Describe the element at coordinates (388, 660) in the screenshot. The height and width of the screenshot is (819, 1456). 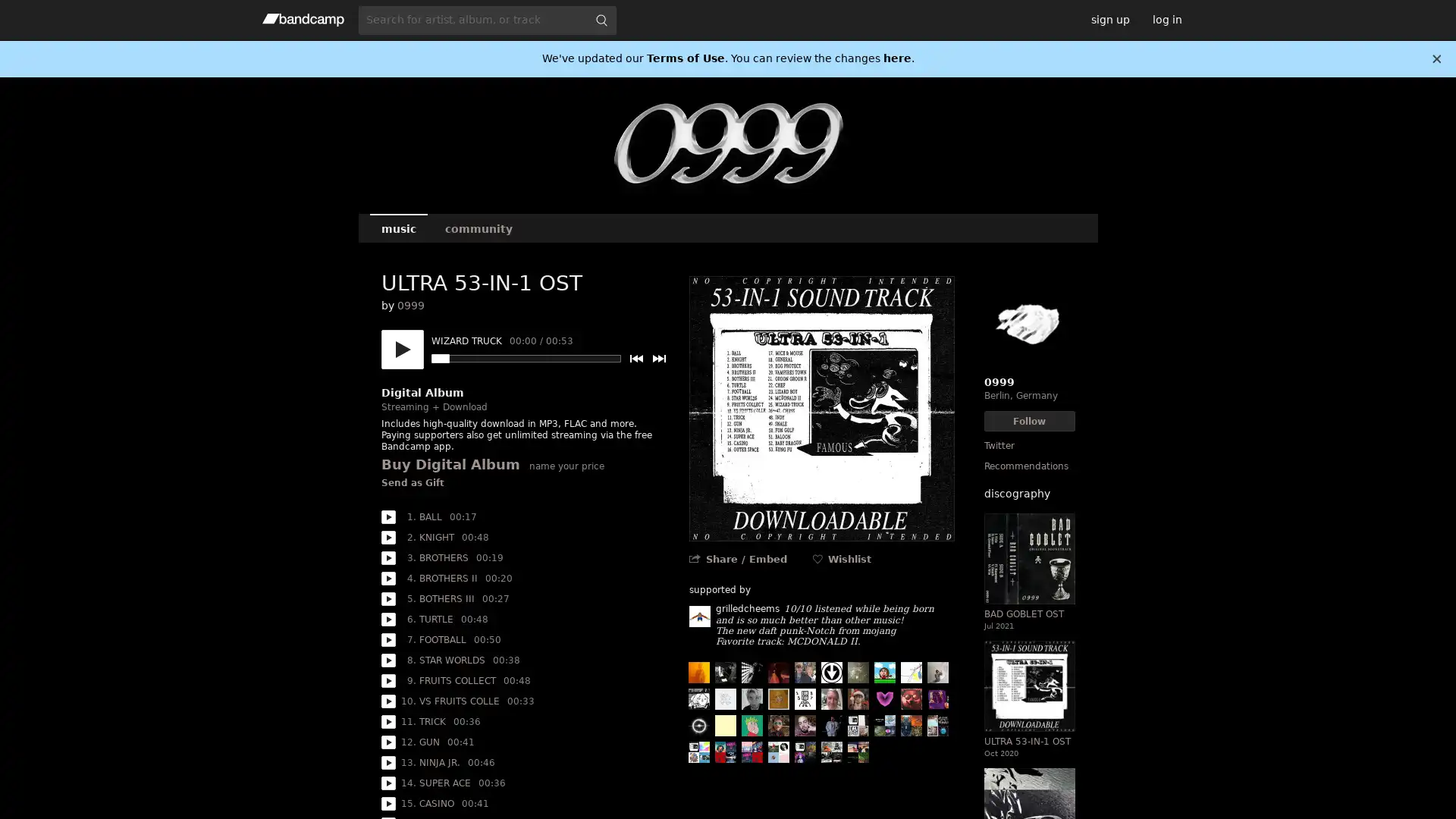
I see `Play STAR WORLDS` at that location.